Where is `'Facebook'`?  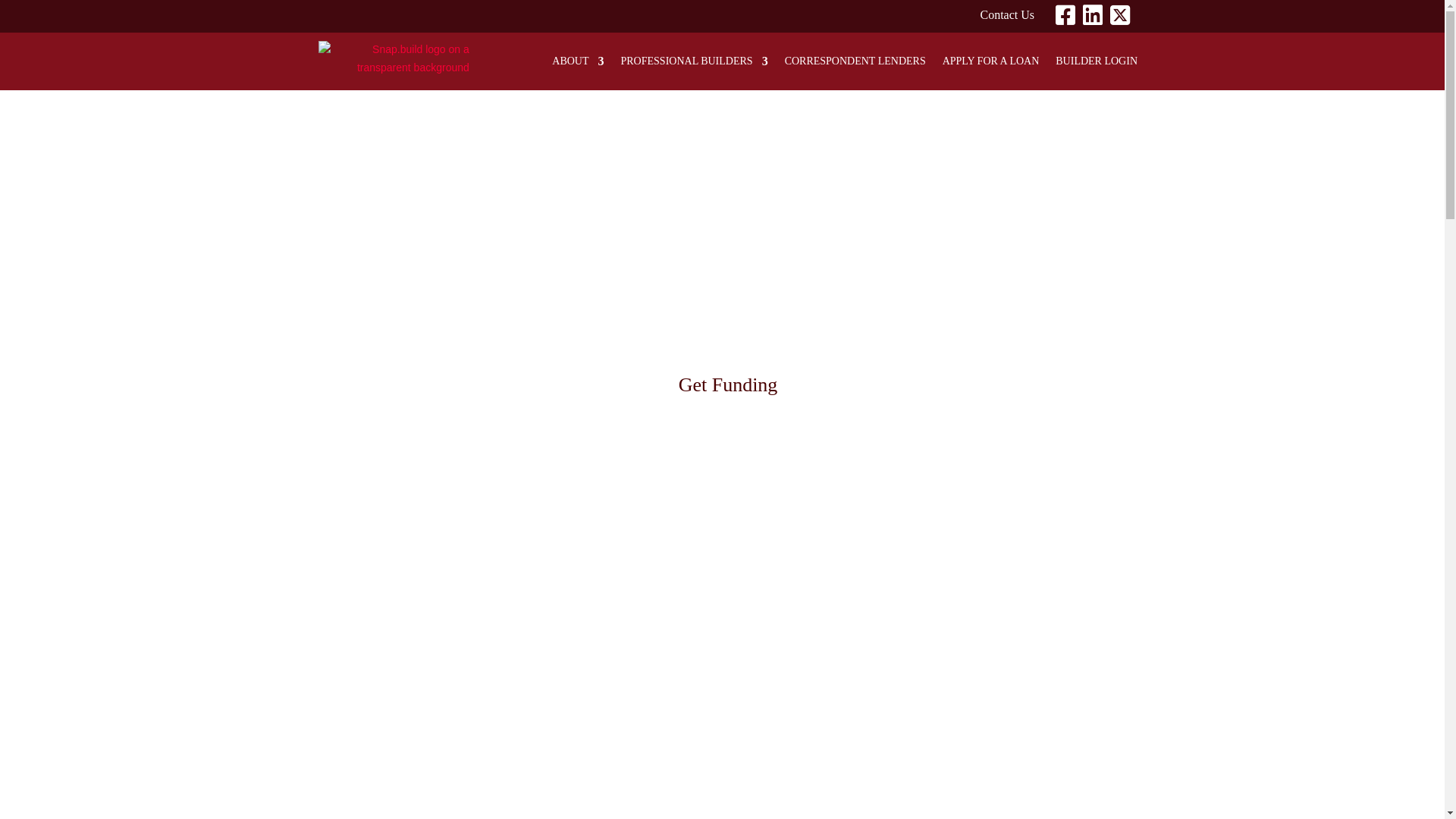
'Facebook' is located at coordinates (1068, 20).